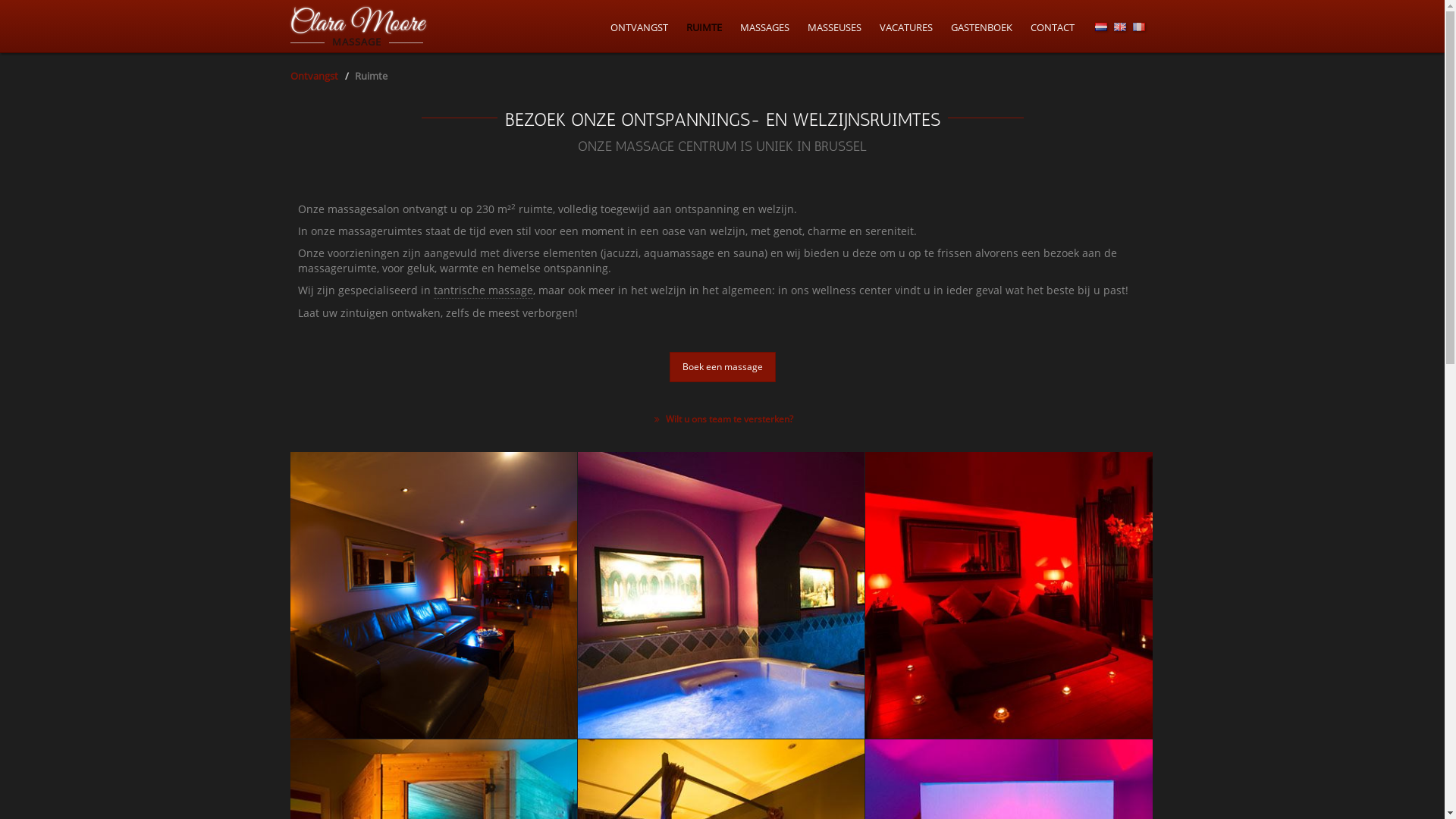  Describe the element at coordinates (702, 27) in the screenshot. I see `'RUIMTE'` at that location.